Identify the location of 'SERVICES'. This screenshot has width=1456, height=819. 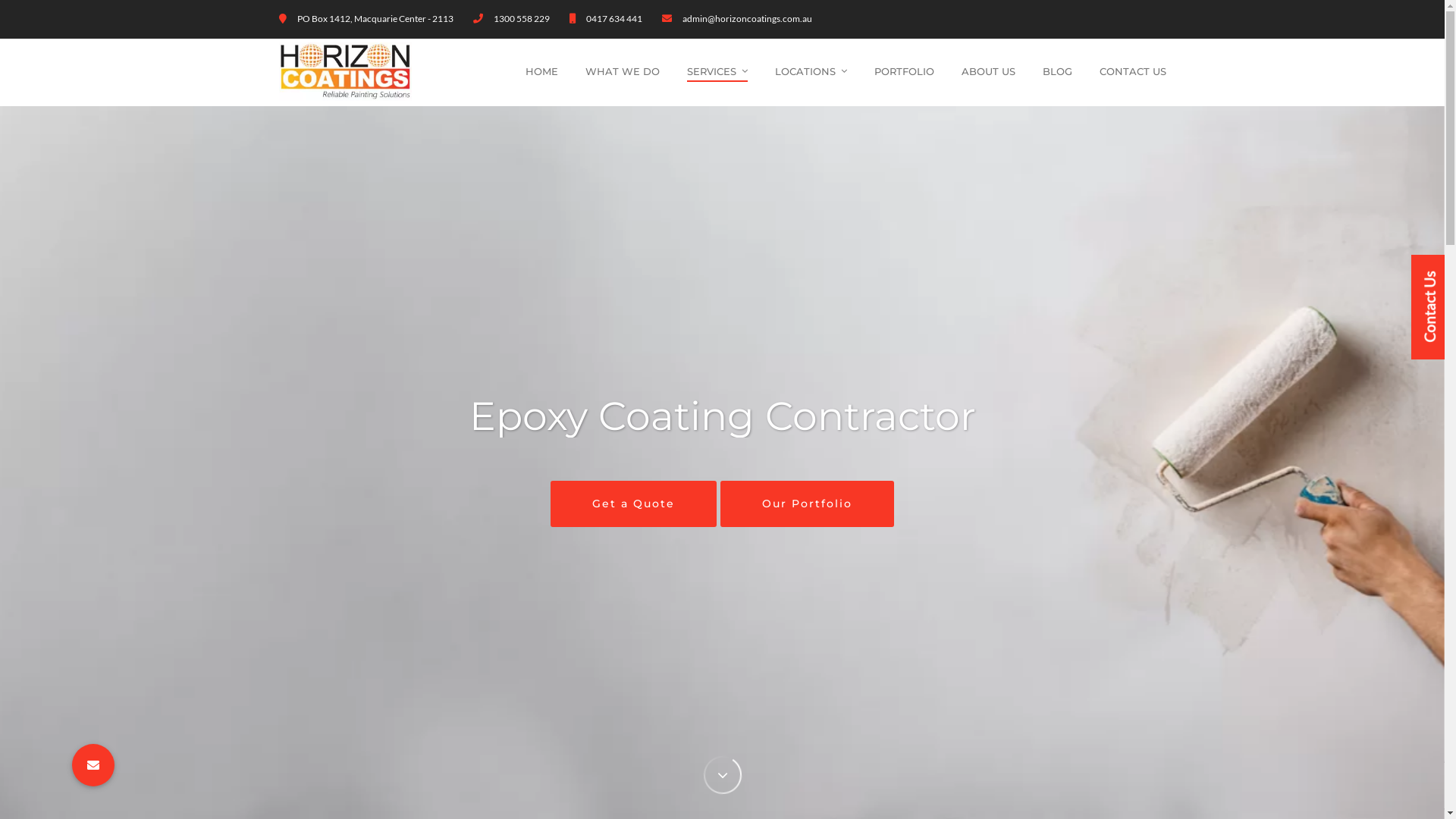
(686, 71).